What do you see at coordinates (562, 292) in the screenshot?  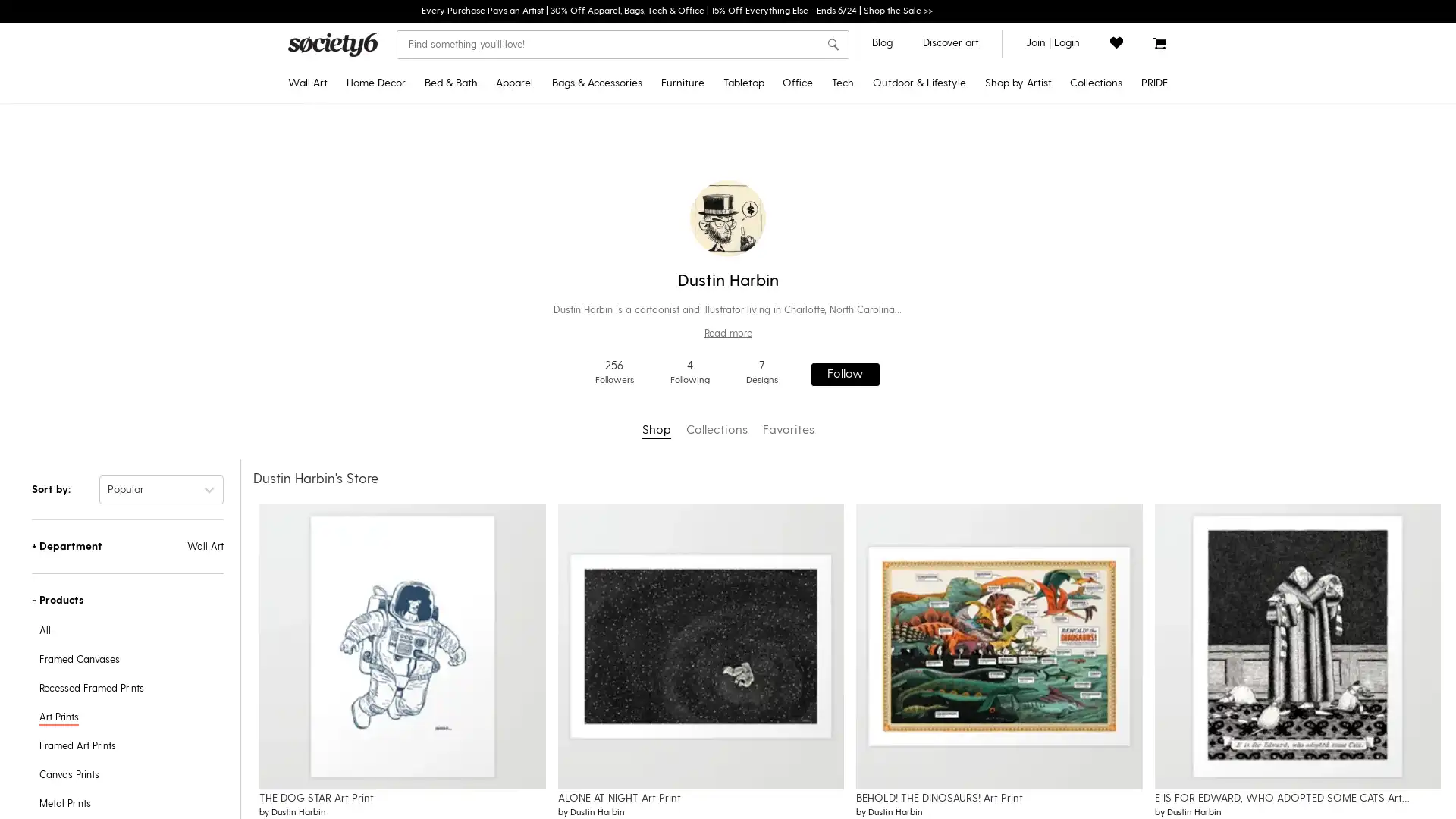 I see `Leggings` at bounding box center [562, 292].